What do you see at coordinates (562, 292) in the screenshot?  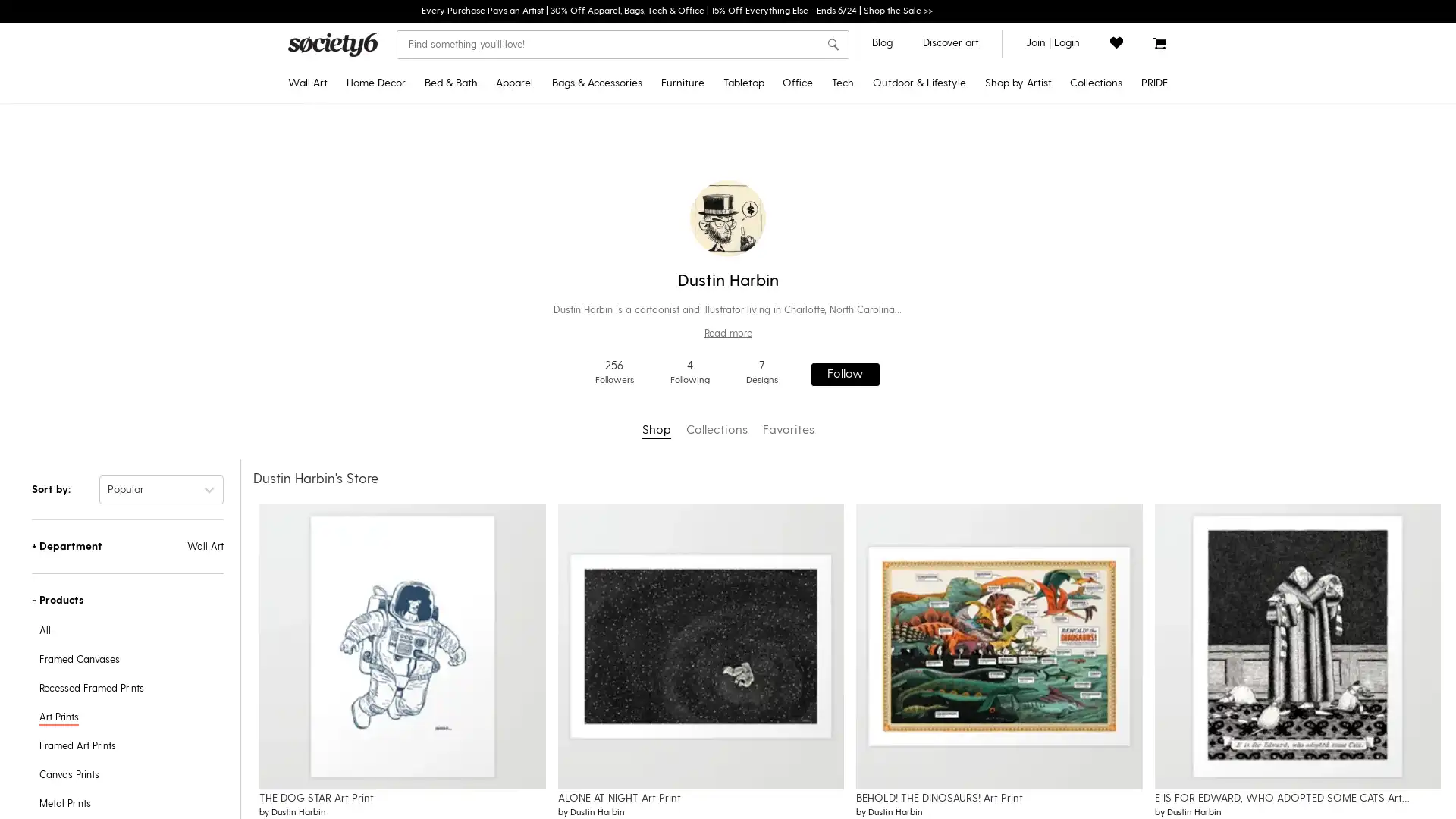 I see `Leggings` at bounding box center [562, 292].